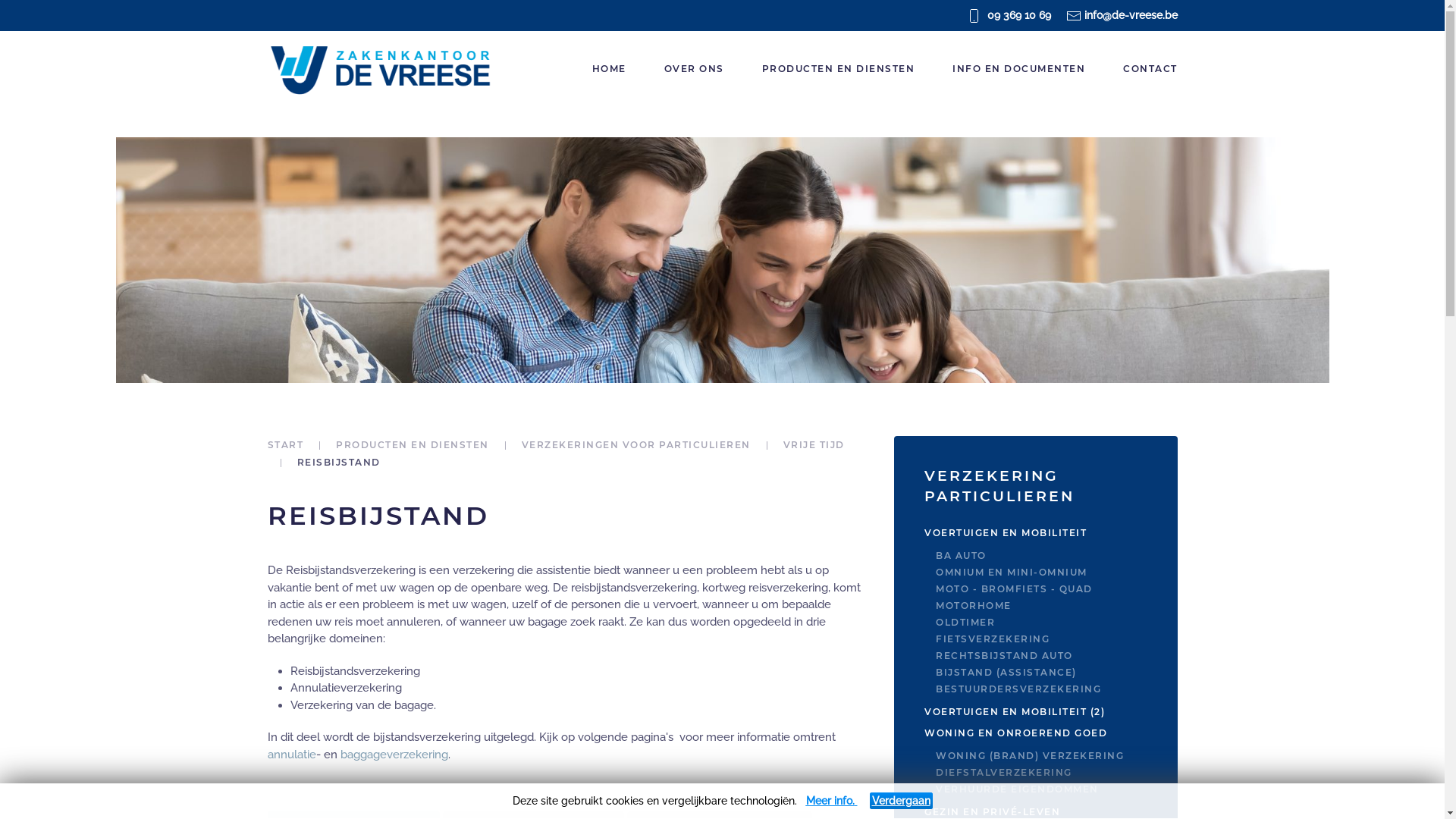 This screenshot has height=819, width=1456. What do you see at coordinates (934, 789) in the screenshot?
I see `'VERHUURDE EIGENDOMMEN'` at bounding box center [934, 789].